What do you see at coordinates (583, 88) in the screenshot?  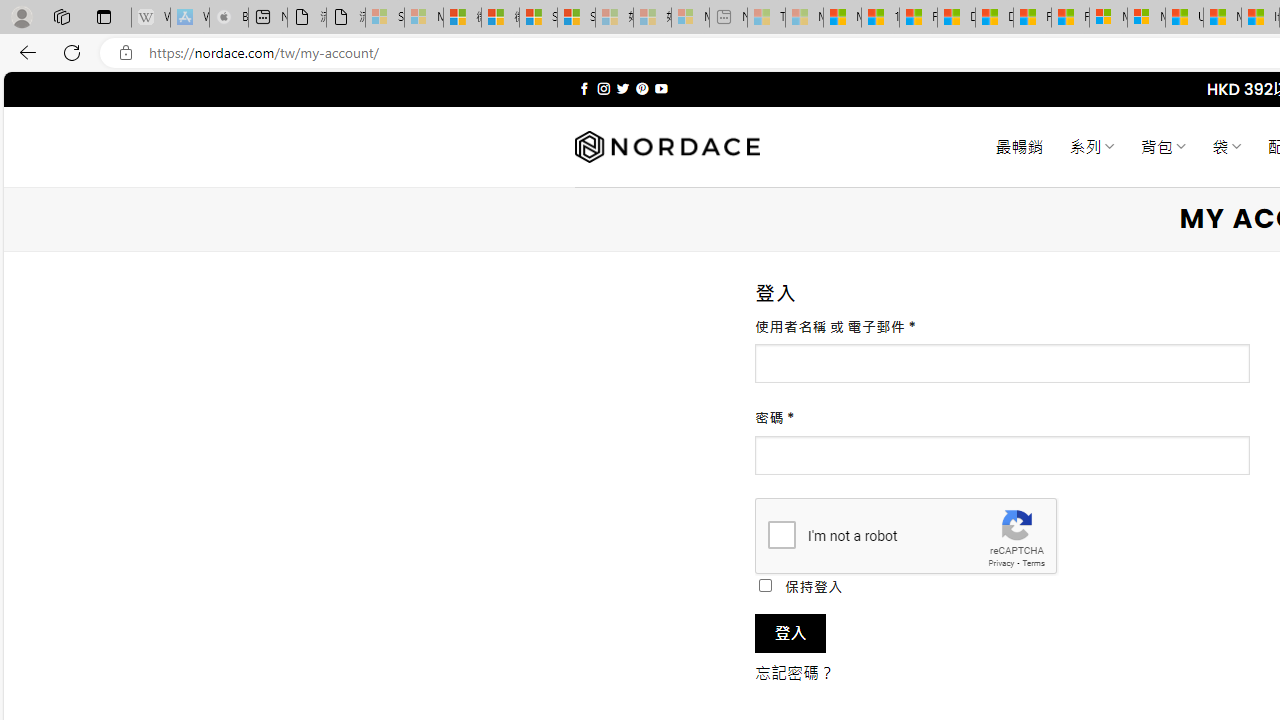 I see `'Follow on Facebook'` at bounding box center [583, 88].